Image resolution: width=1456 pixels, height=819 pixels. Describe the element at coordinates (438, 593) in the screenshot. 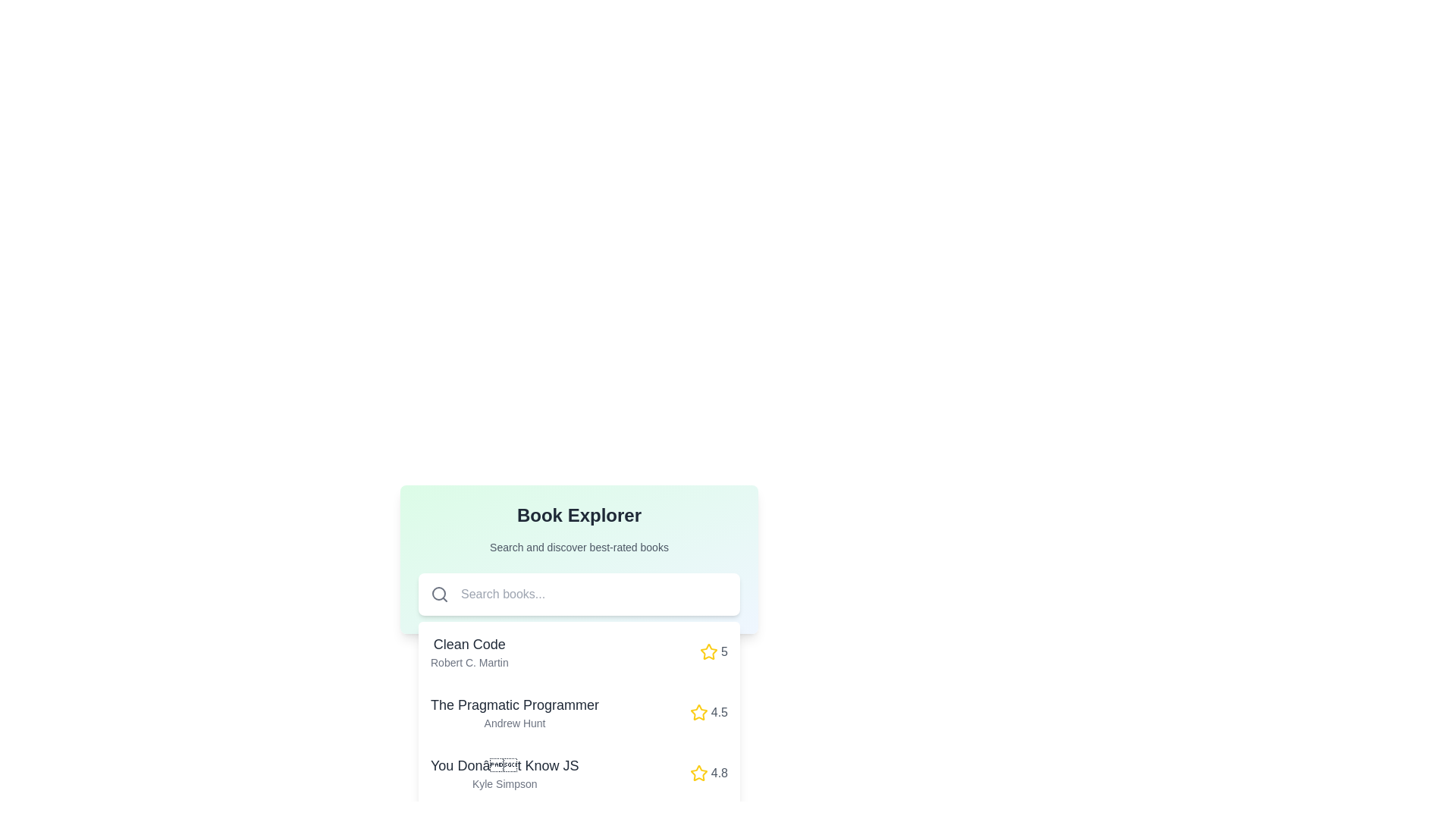

I see `the decorative SVG circle that visually represents the lens of the search icon, which is centrally located within the SVG graphic adjacent to the search input field` at that location.